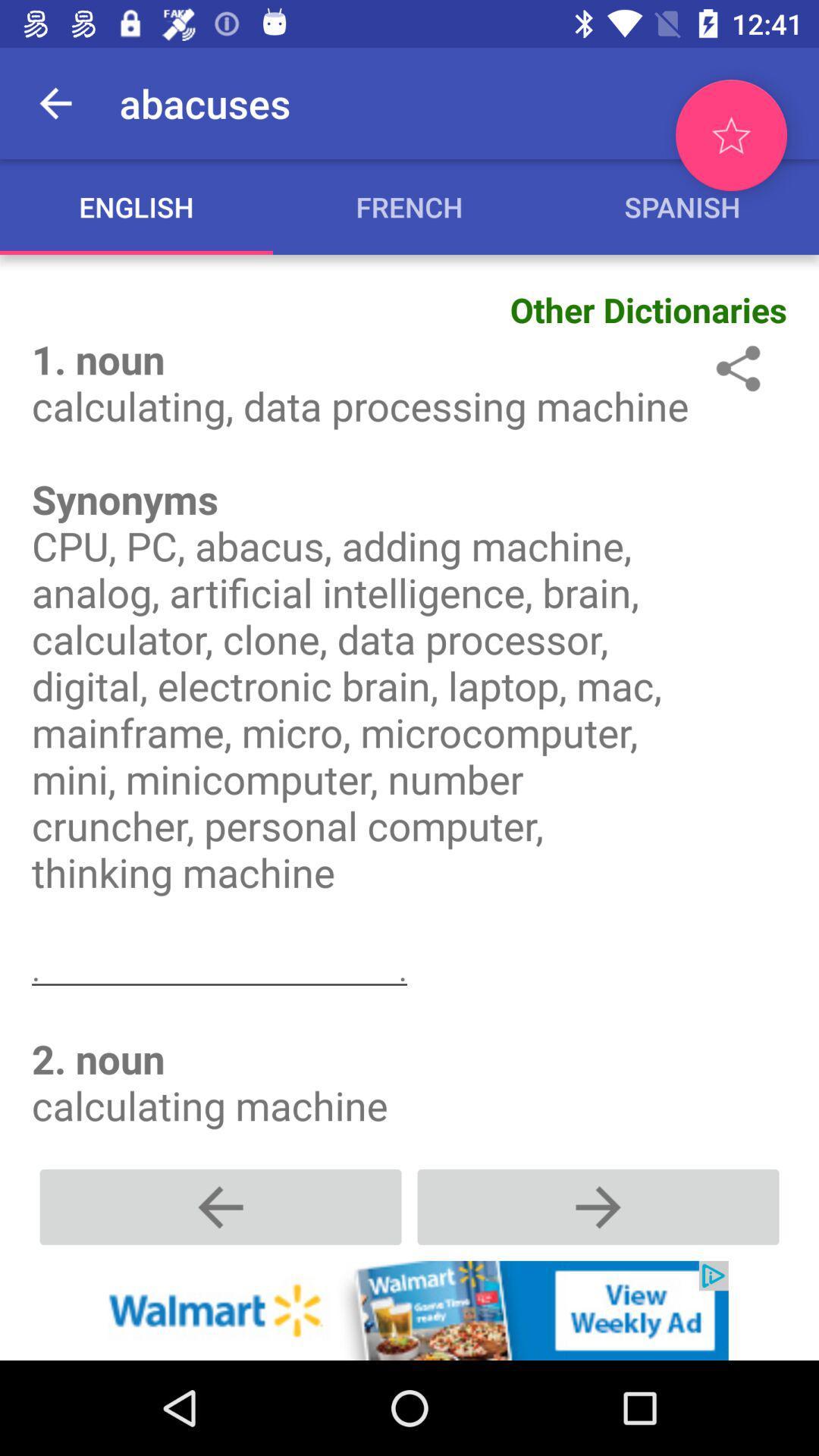 The image size is (819, 1456). What do you see at coordinates (220, 1206) in the screenshot?
I see `to move back` at bounding box center [220, 1206].